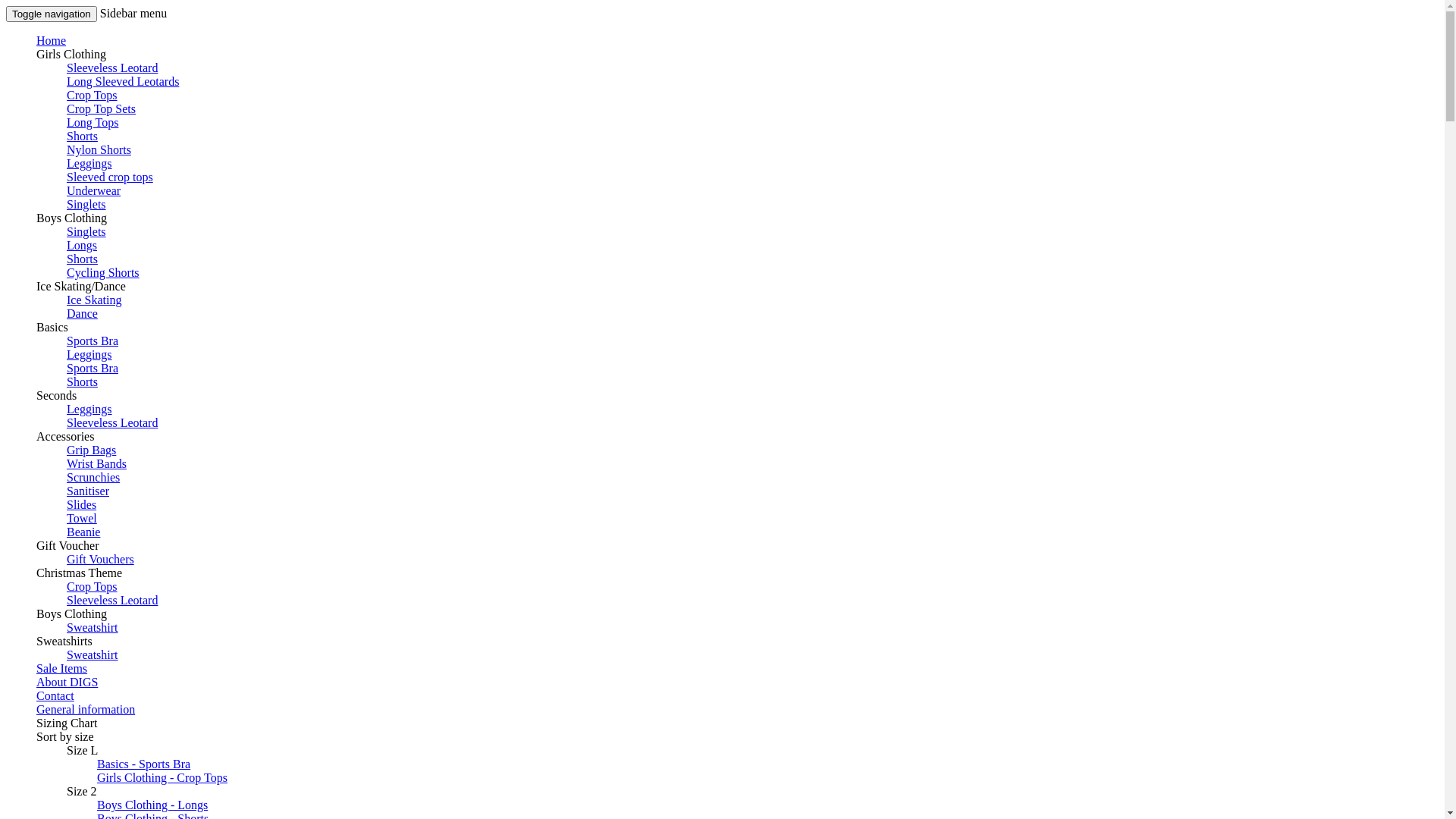  I want to click on 'Basics', so click(52, 326).